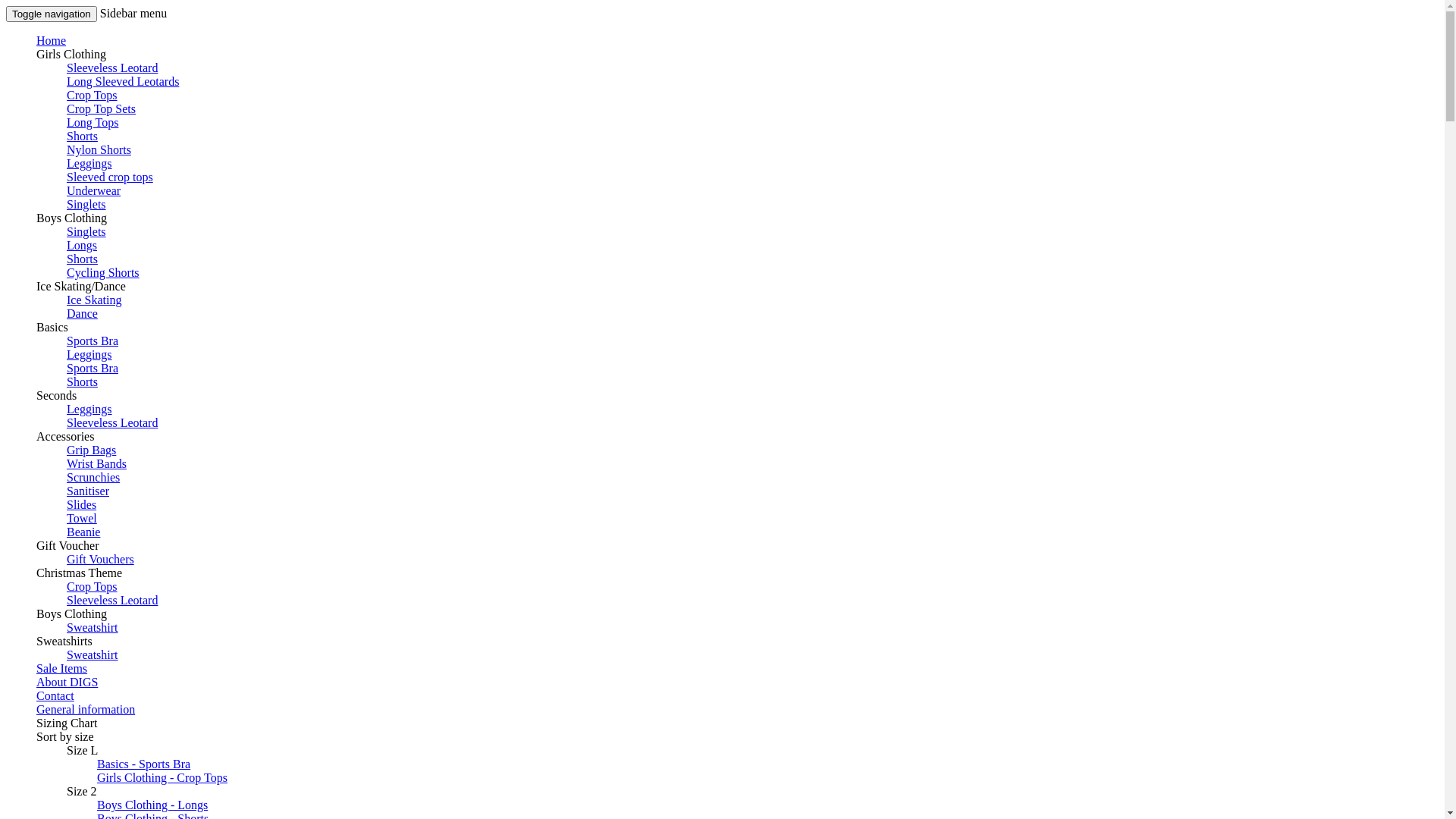  I want to click on 'Basics', so click(52, 326).